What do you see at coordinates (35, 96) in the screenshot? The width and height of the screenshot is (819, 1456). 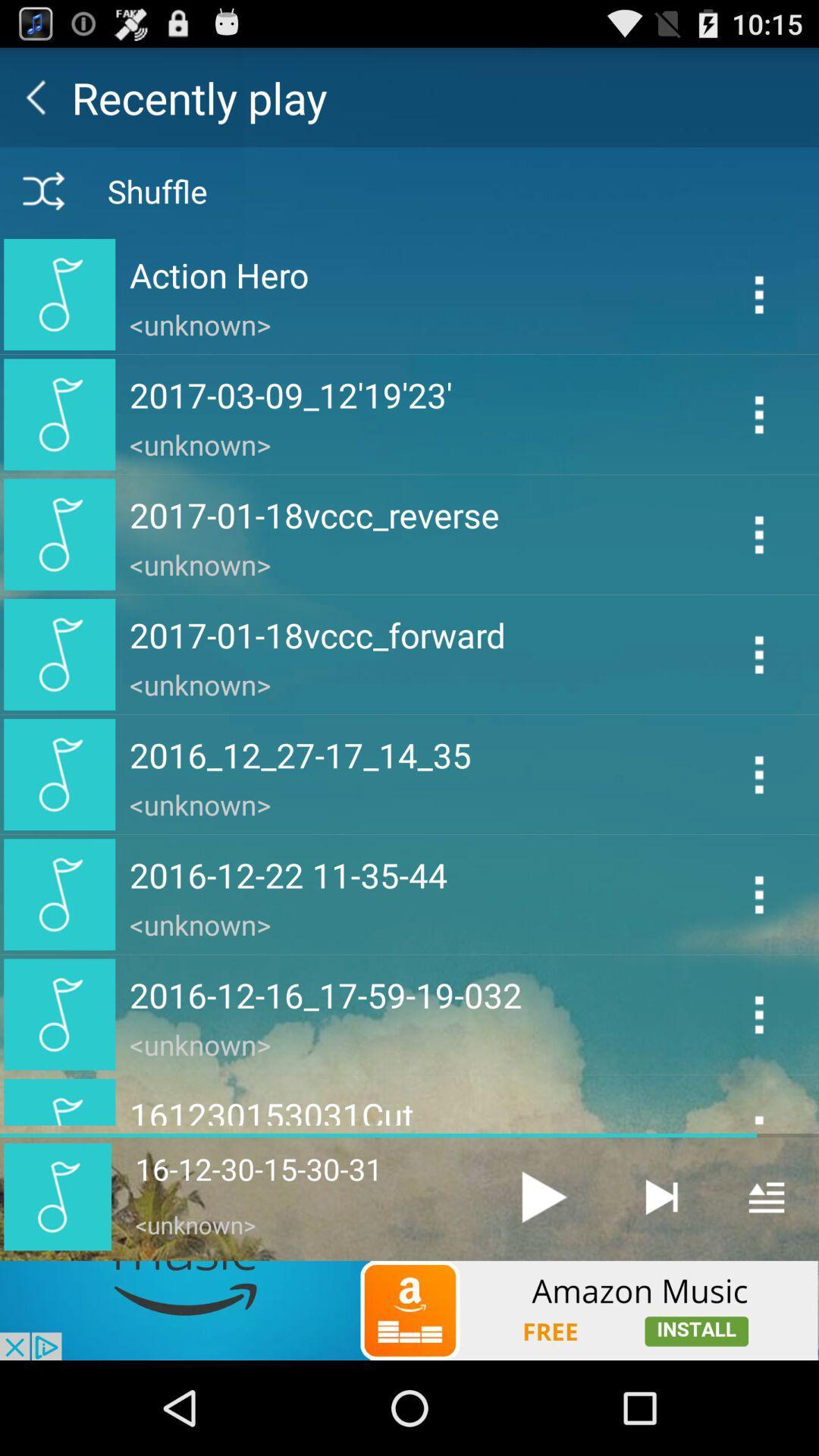 I see `back button` at bounding box center [35, 96].